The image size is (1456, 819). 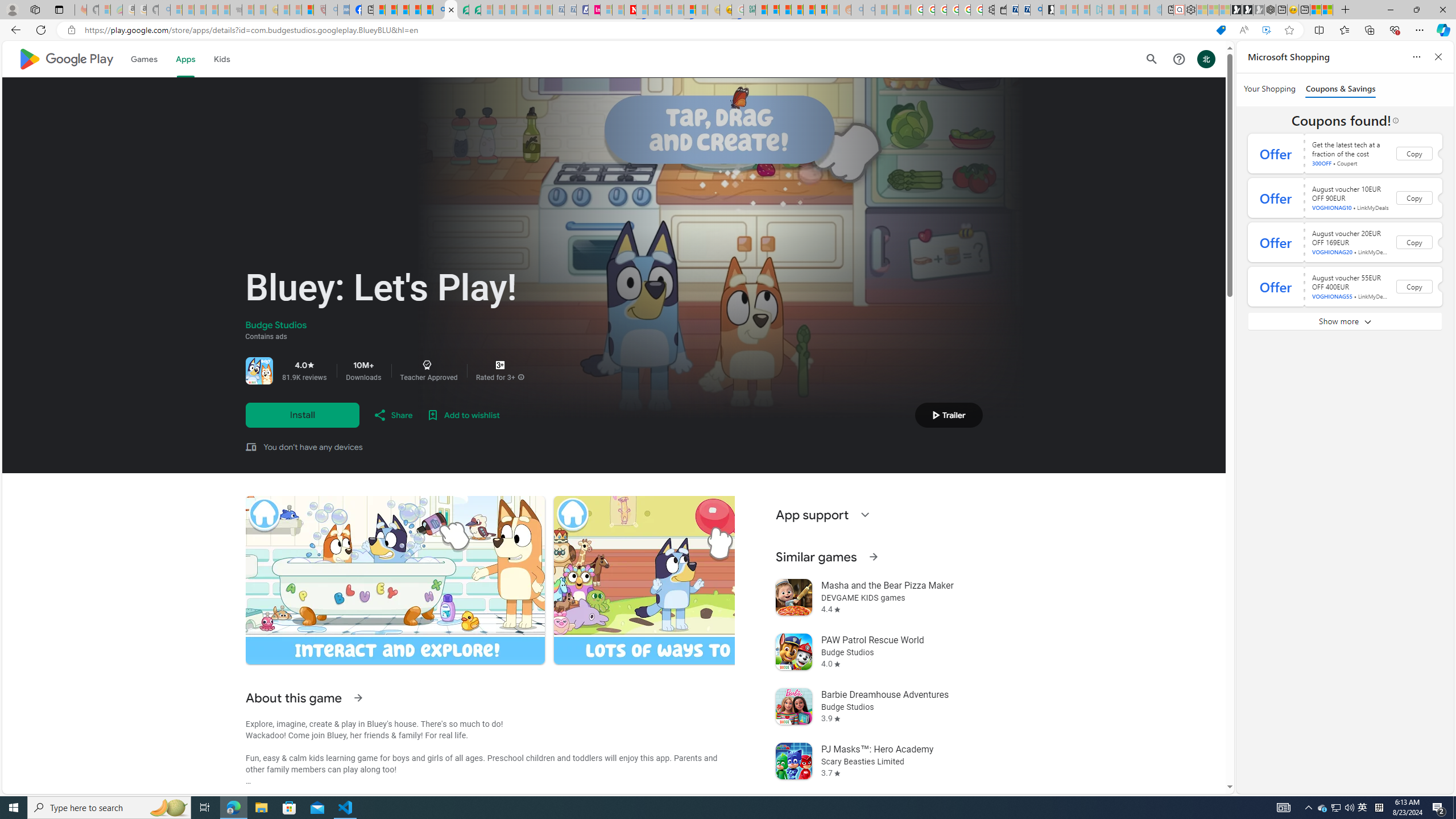 What do you see at coordinates (1178, 59) in the screenshot?
I see `'Help Center'` at bounding box center [1178, 59].